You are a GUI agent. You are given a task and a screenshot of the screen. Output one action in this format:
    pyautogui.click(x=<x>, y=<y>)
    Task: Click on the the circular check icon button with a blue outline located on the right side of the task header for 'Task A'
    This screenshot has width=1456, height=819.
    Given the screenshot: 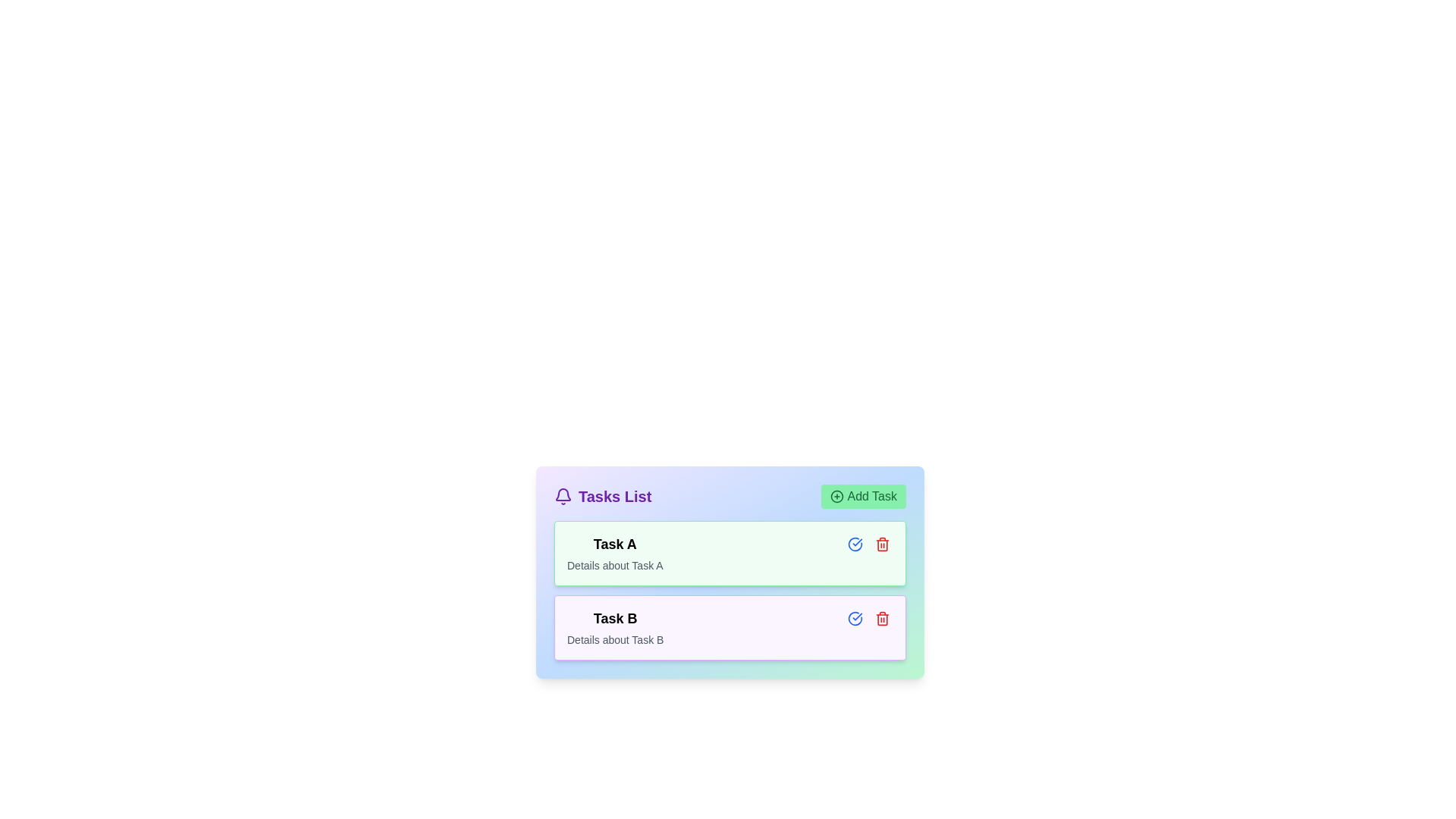 What is the action you would take?
    pyautogui.click(x=855, y=543)
    